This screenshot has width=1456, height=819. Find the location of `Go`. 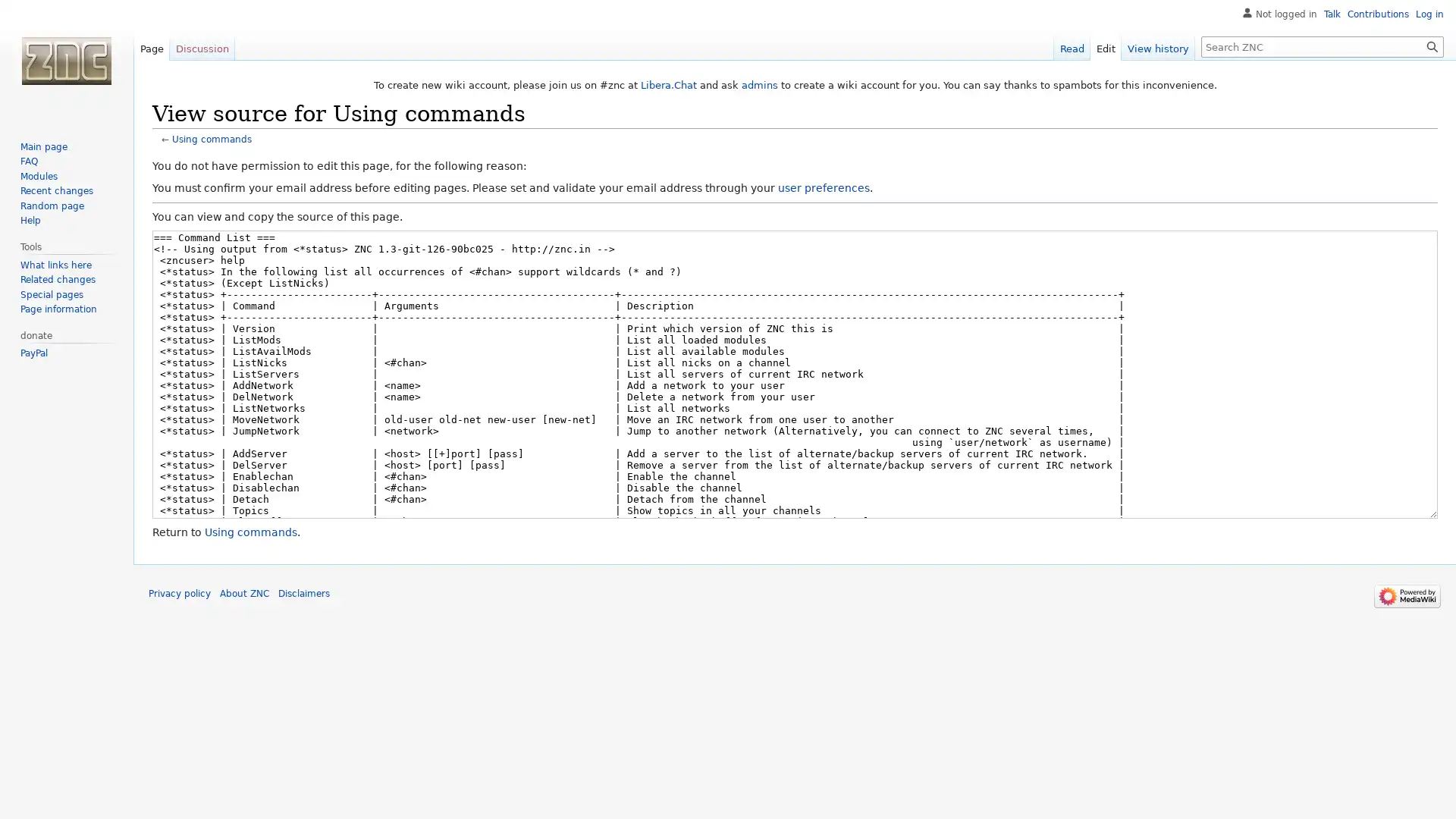

Go is located at coordinates (1432, 45).